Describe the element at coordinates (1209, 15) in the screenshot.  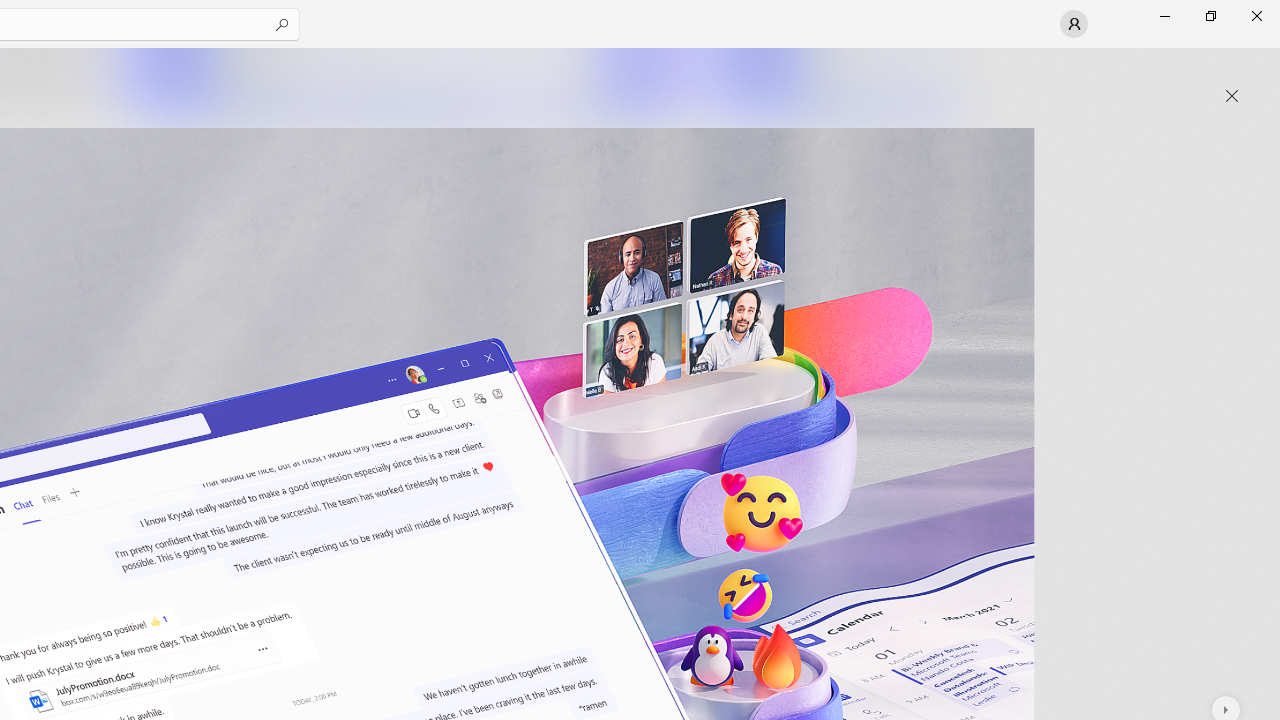
I see `'Restore Microsoft Store'` at that location.